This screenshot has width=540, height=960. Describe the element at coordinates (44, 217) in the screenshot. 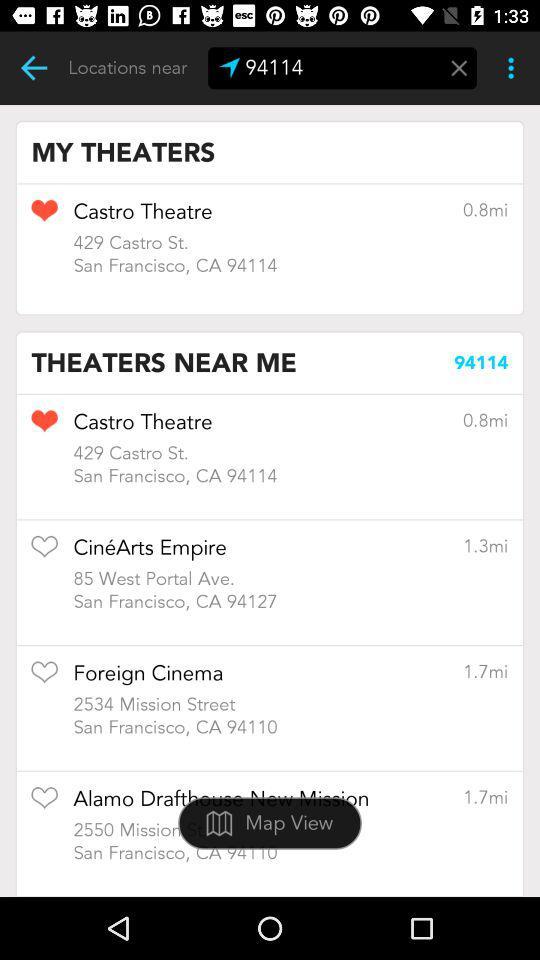

I see `heart symbol` at that location.